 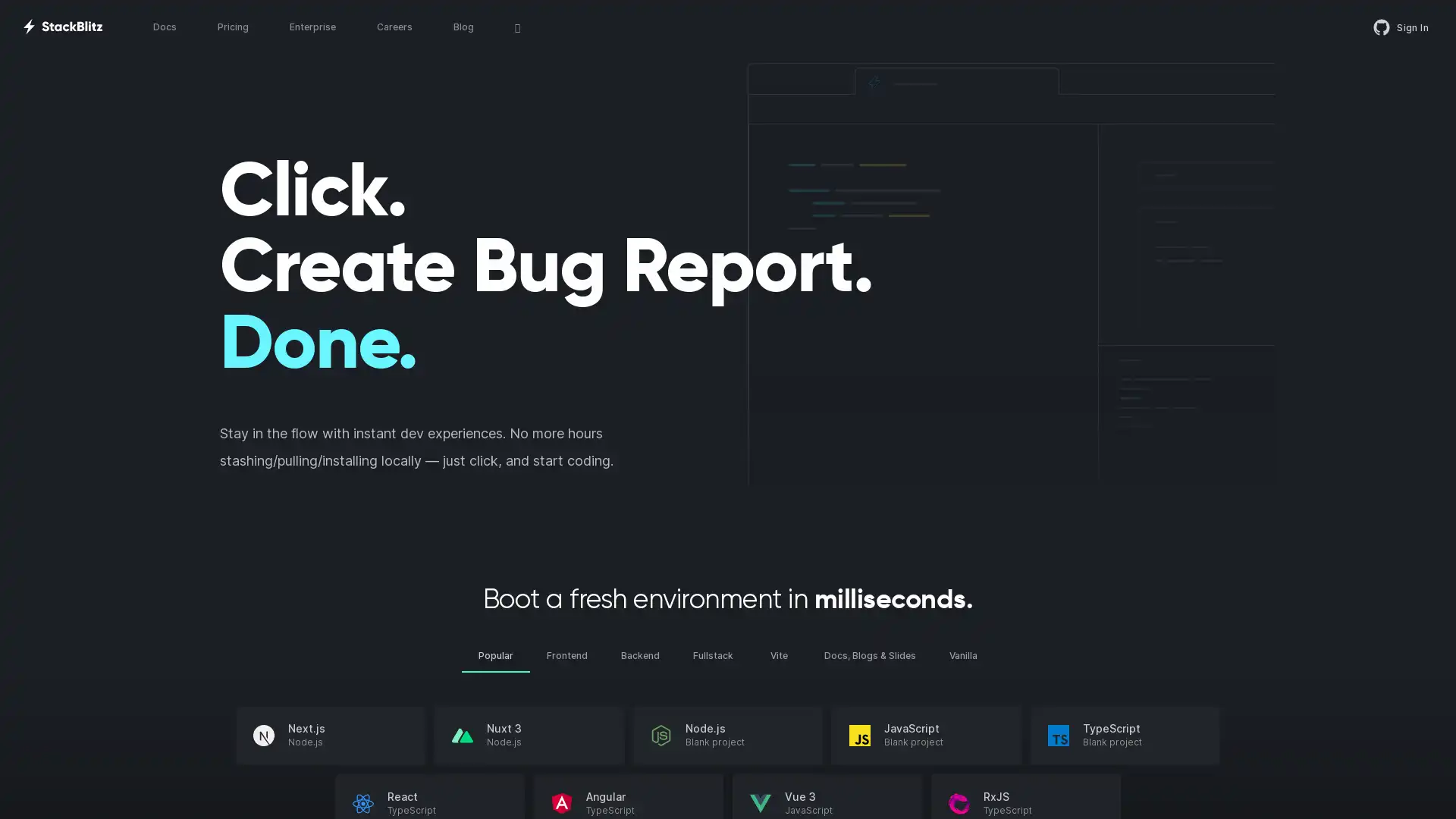 What do you see at coordinates (1401, 27) in the screenshot?
I see `Sign In` at bounding box center [1401, 27].